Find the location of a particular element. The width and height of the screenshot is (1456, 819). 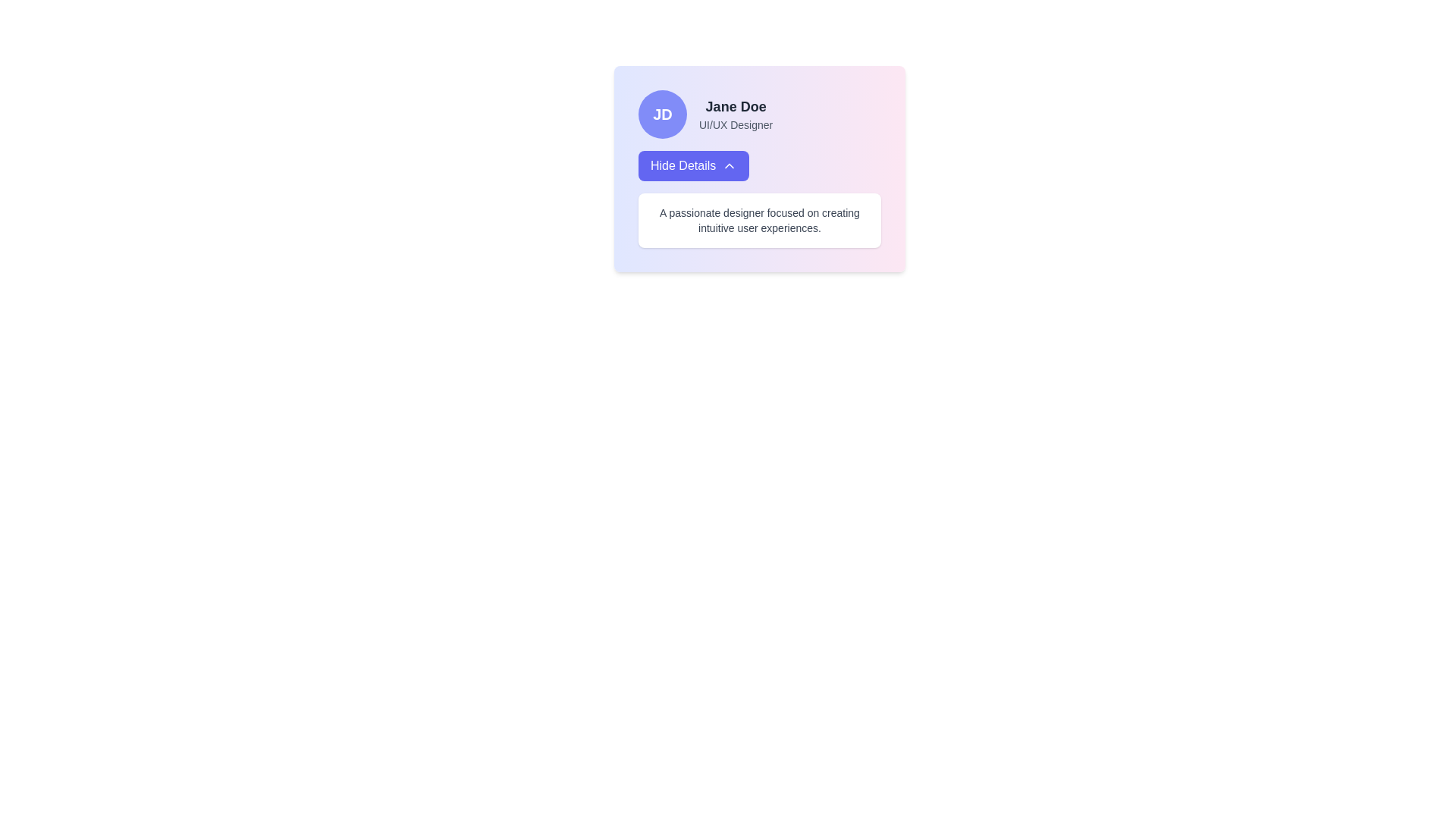

the chevron-shaped arrow icon located within the 'Hide Details' button, positioned to the right of the text label and vertically centered is located at coordinates (730, 166).